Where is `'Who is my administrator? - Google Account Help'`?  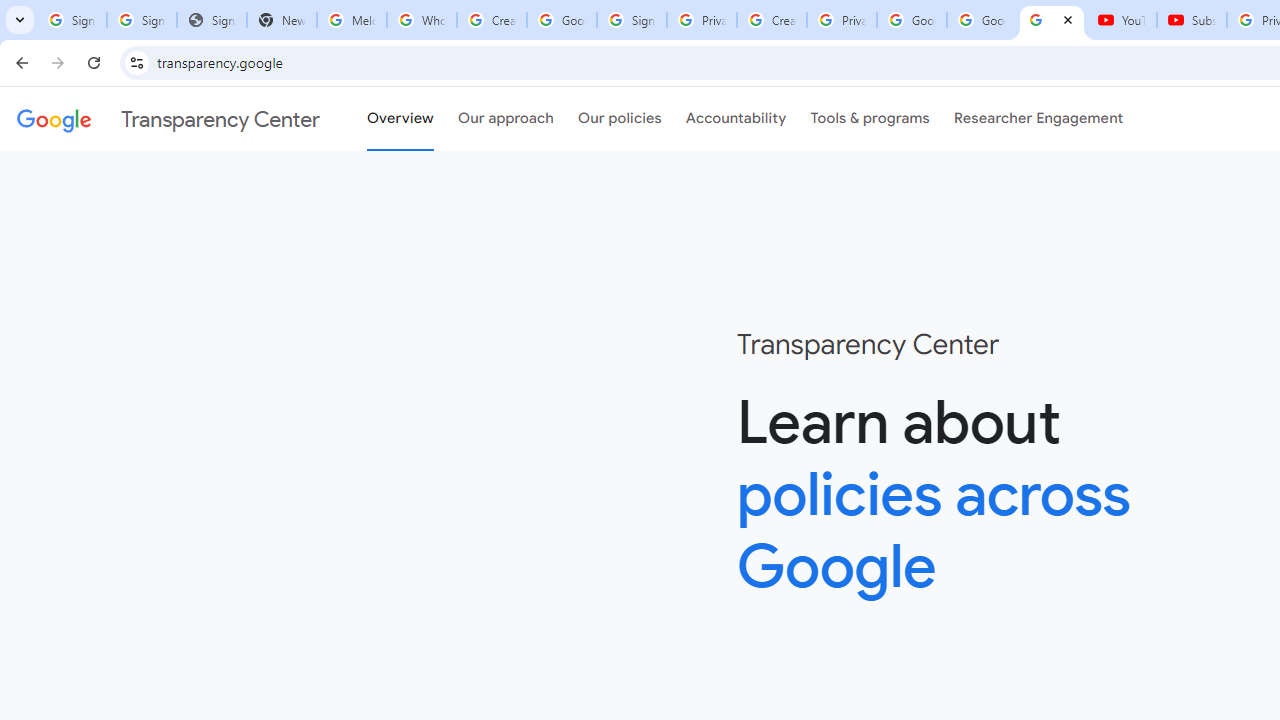
'Who is my administrator? - Google Account Help' is located at coordinates (420, 20).